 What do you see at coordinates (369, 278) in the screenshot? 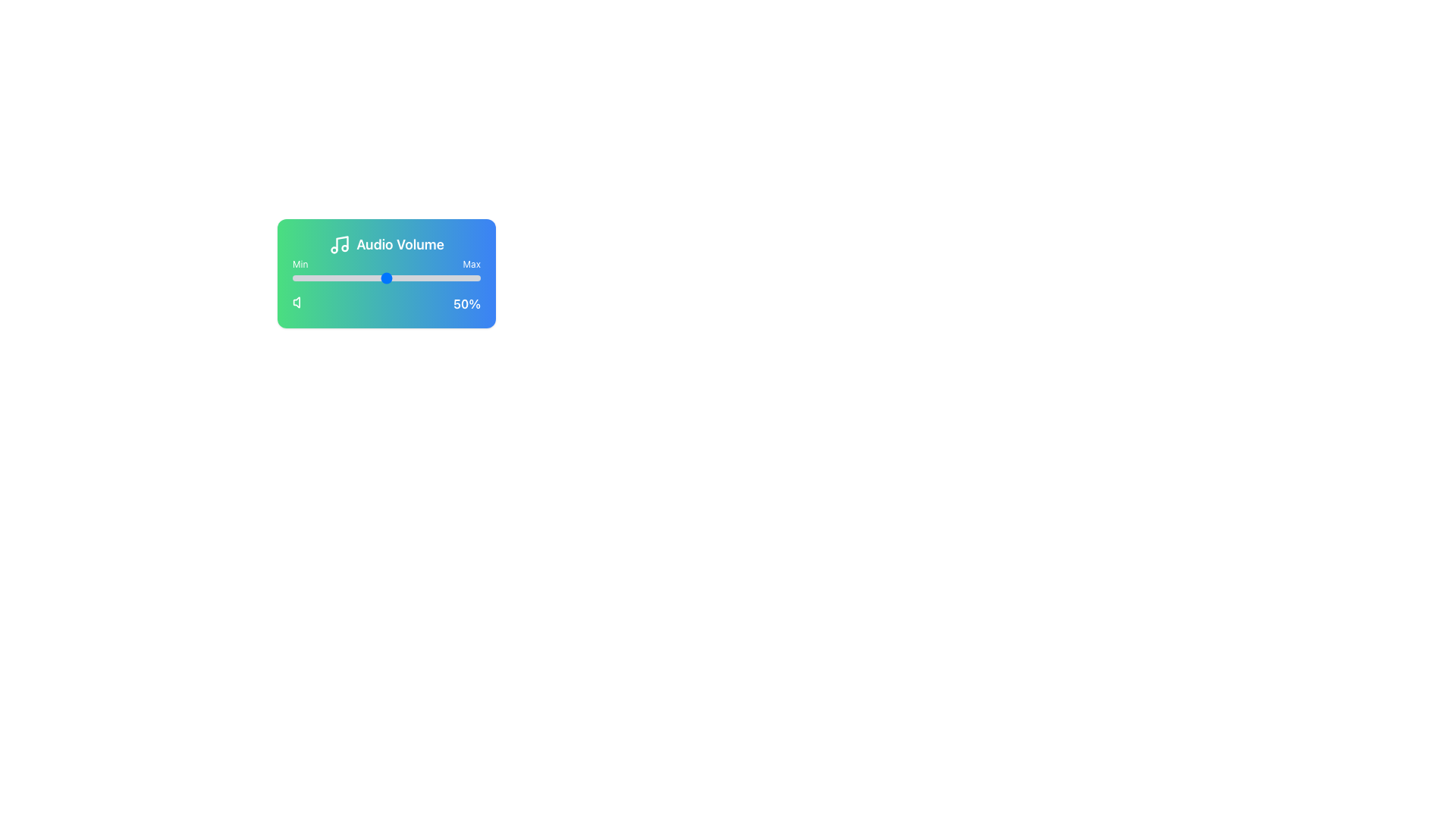
I see `the audio volume slider` at bounding box center [369, 278].